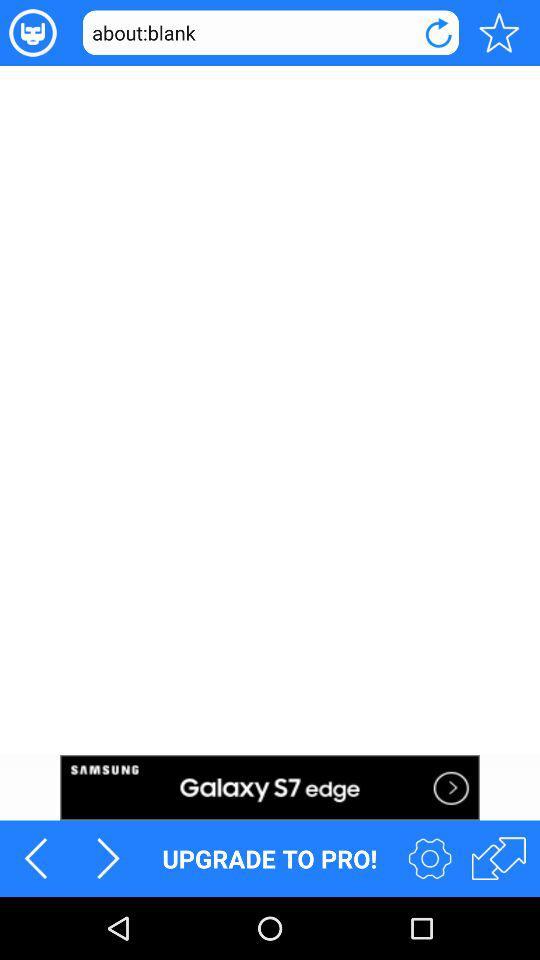  Describe the element at coordinates (498, 34) in the screenshot. I see `the star icon` at that location.